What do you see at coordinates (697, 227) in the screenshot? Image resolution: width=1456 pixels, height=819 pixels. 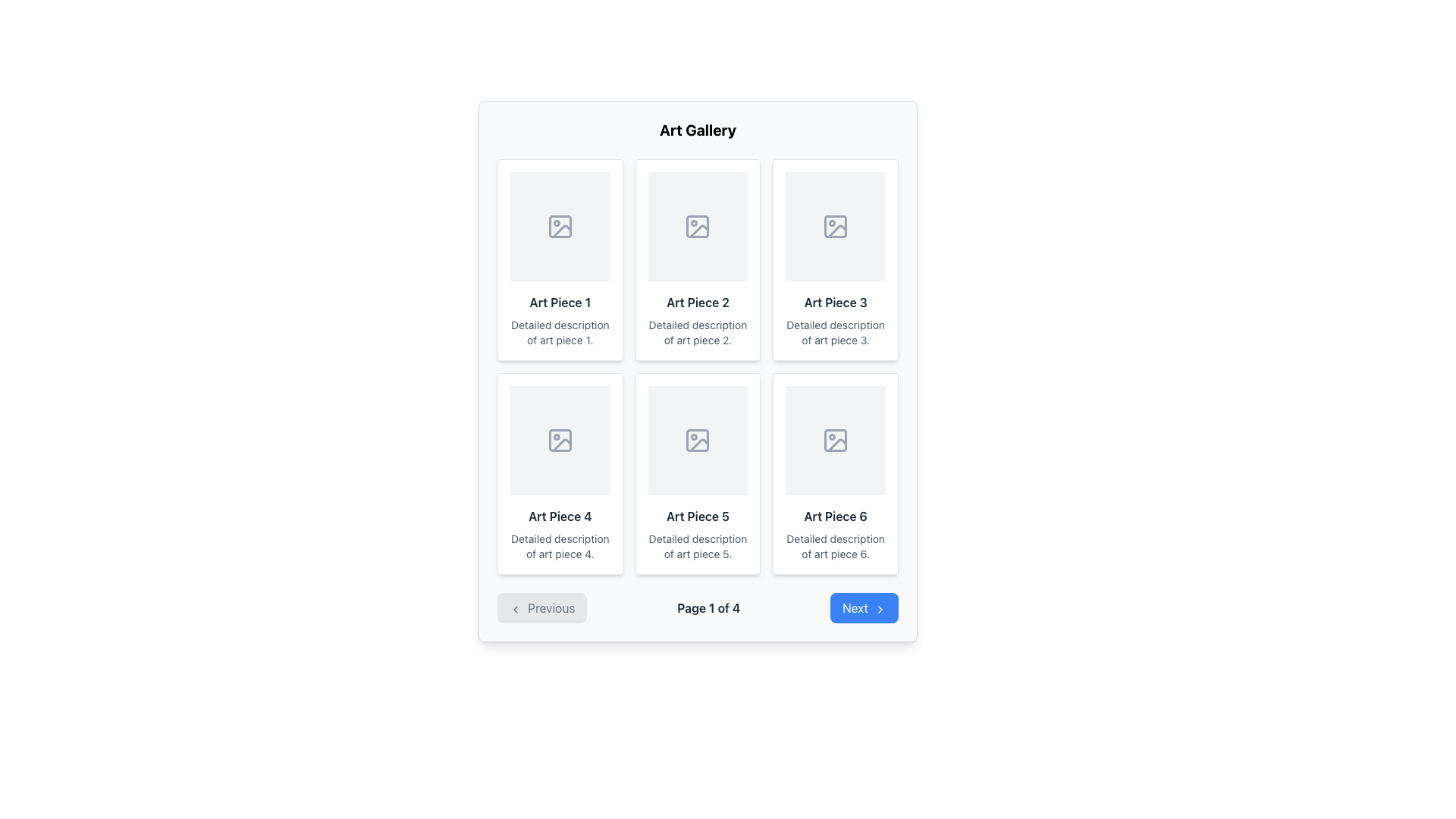 I see `the Icon in the 'Art Gallery' grid layout that represents 'Art Piece 2', indicating the presence of an image` at bounding box center [697, 227].